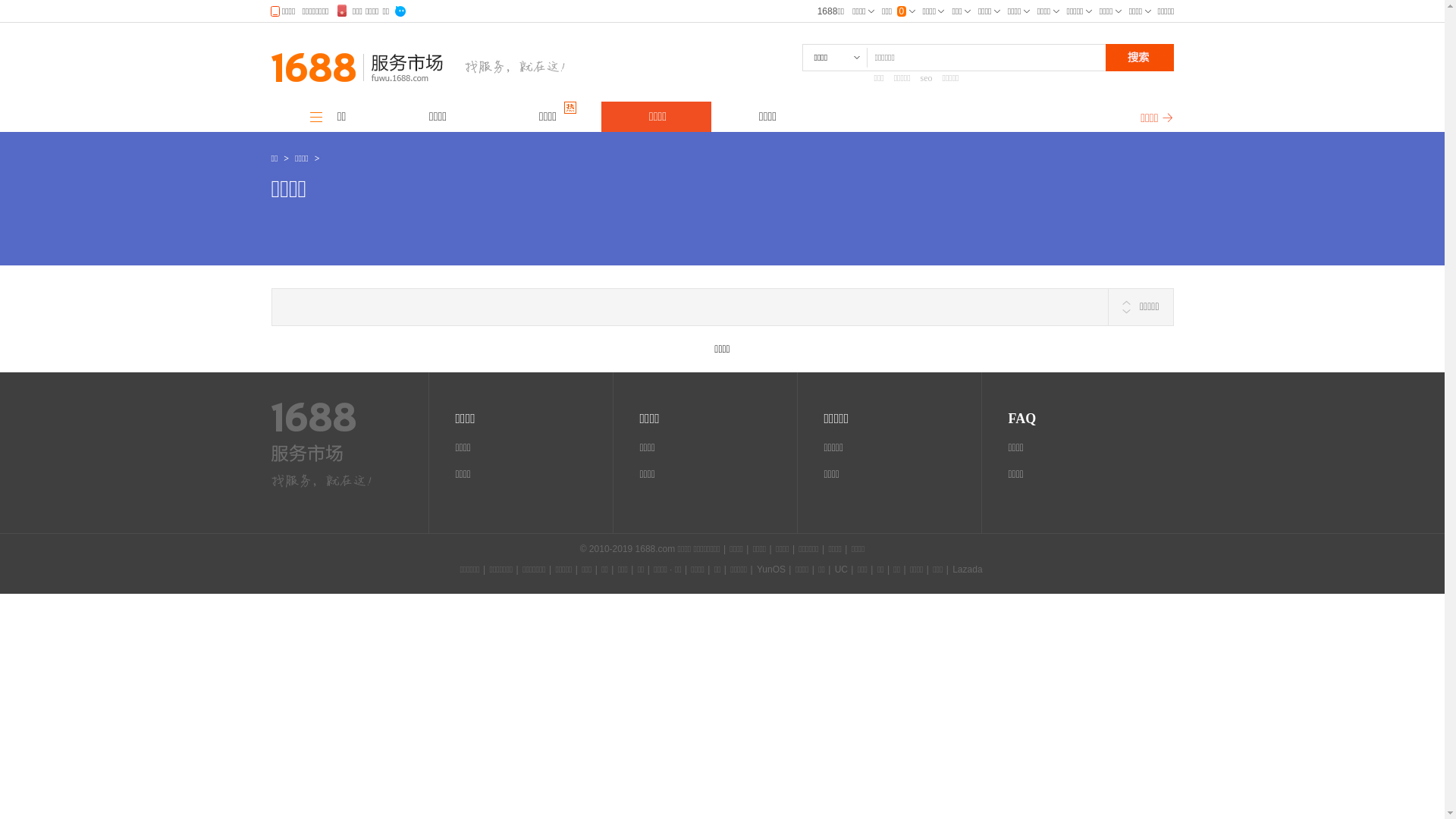 The width and height of the screenshot is (1456, 819). Describe the element at coordinates (840, 570) in the screenshot. I see `'UC'` at that location.